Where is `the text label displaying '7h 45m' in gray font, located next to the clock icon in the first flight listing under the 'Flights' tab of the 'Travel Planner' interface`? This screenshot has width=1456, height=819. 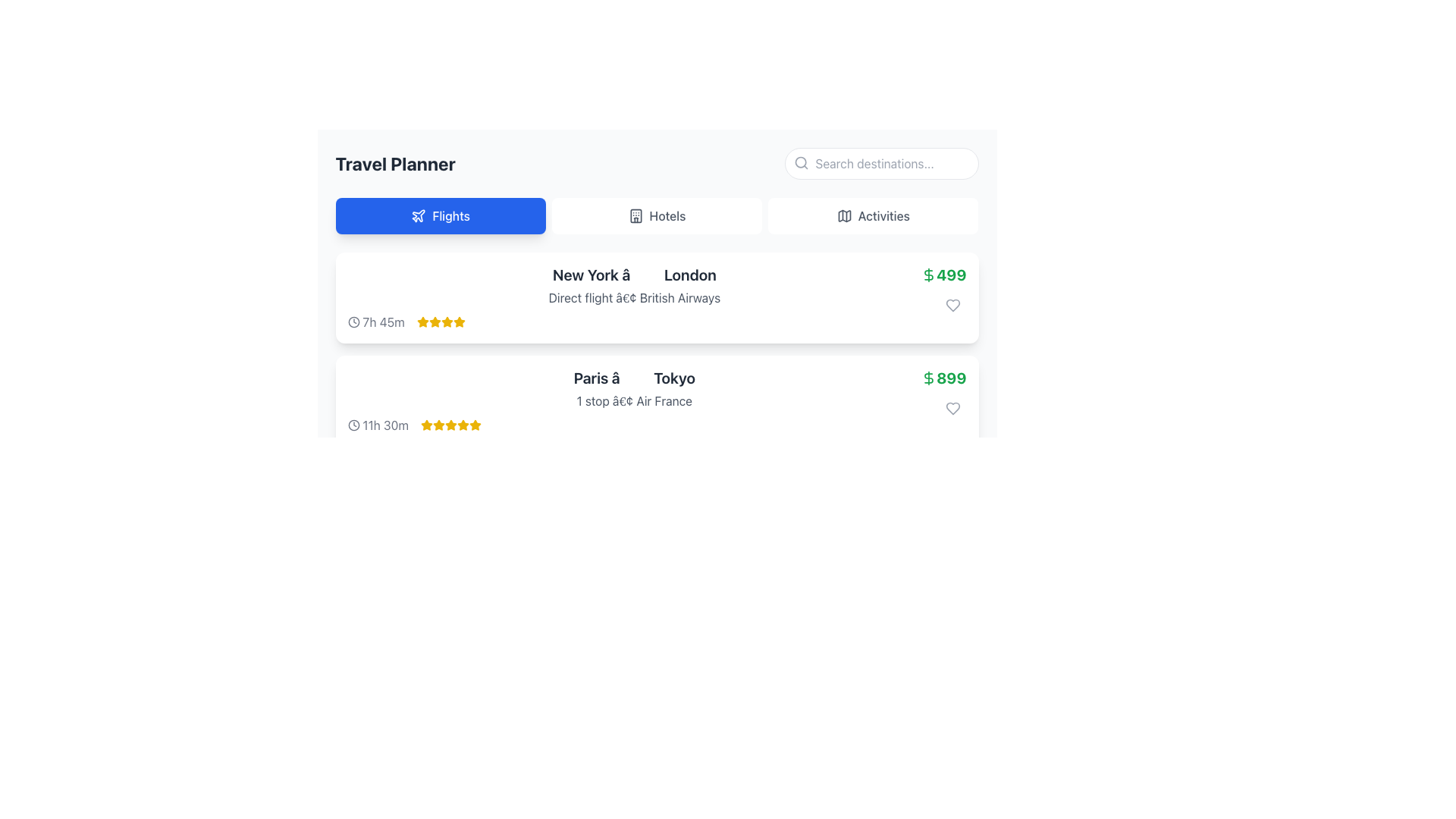
the text label displaying '7h 45m' in gray font, located next to the clock icon in the first flight listing under the 'Flights' tab of the 'Travel Planner' interface is located at coordinates (384, 321).